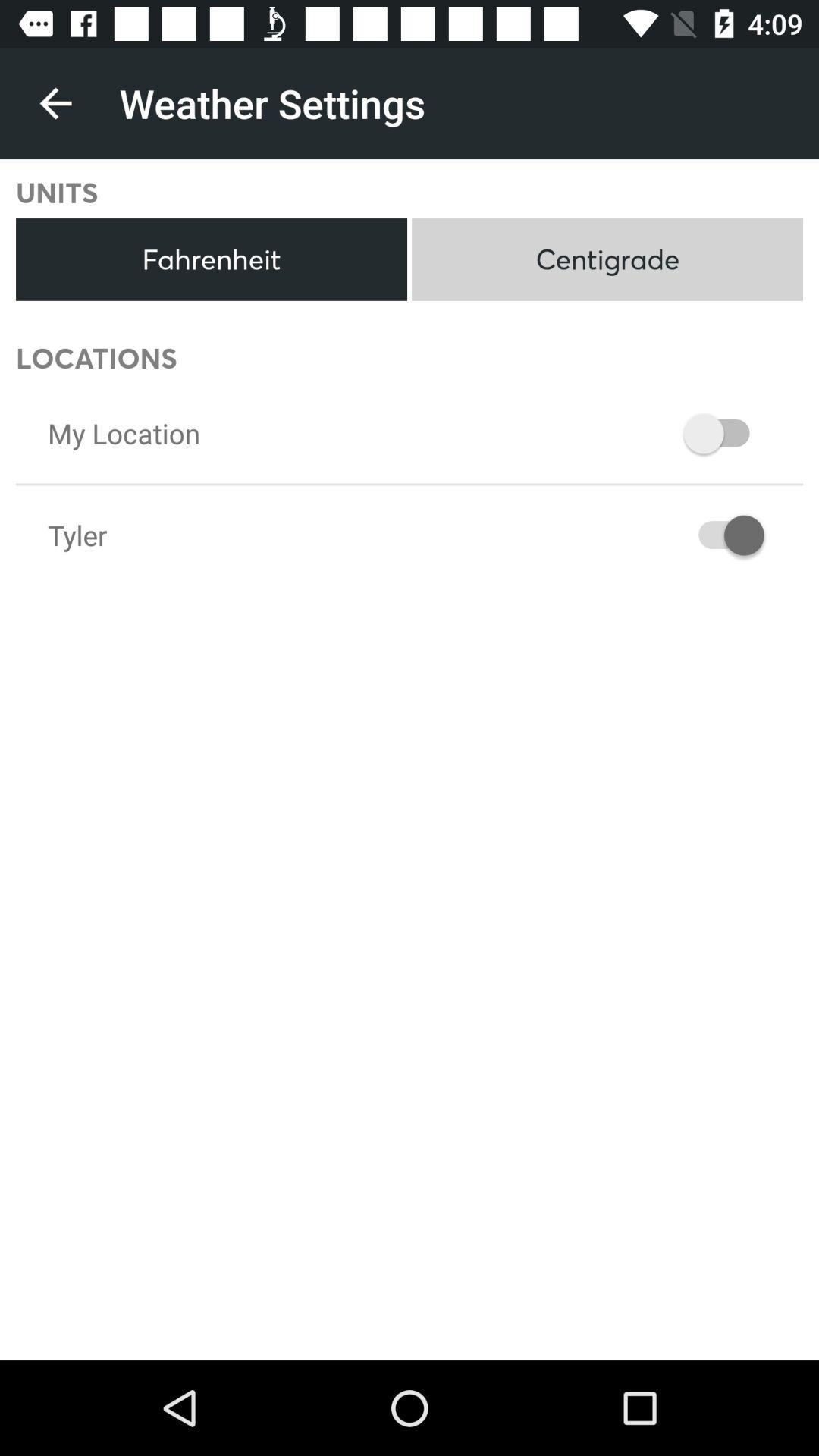 This screenshot has height=1456, width=819. What do you see at coordinates (123, 432) in the screenshot?
I see `icon below the locations icon` at bounding box center [123, 432].